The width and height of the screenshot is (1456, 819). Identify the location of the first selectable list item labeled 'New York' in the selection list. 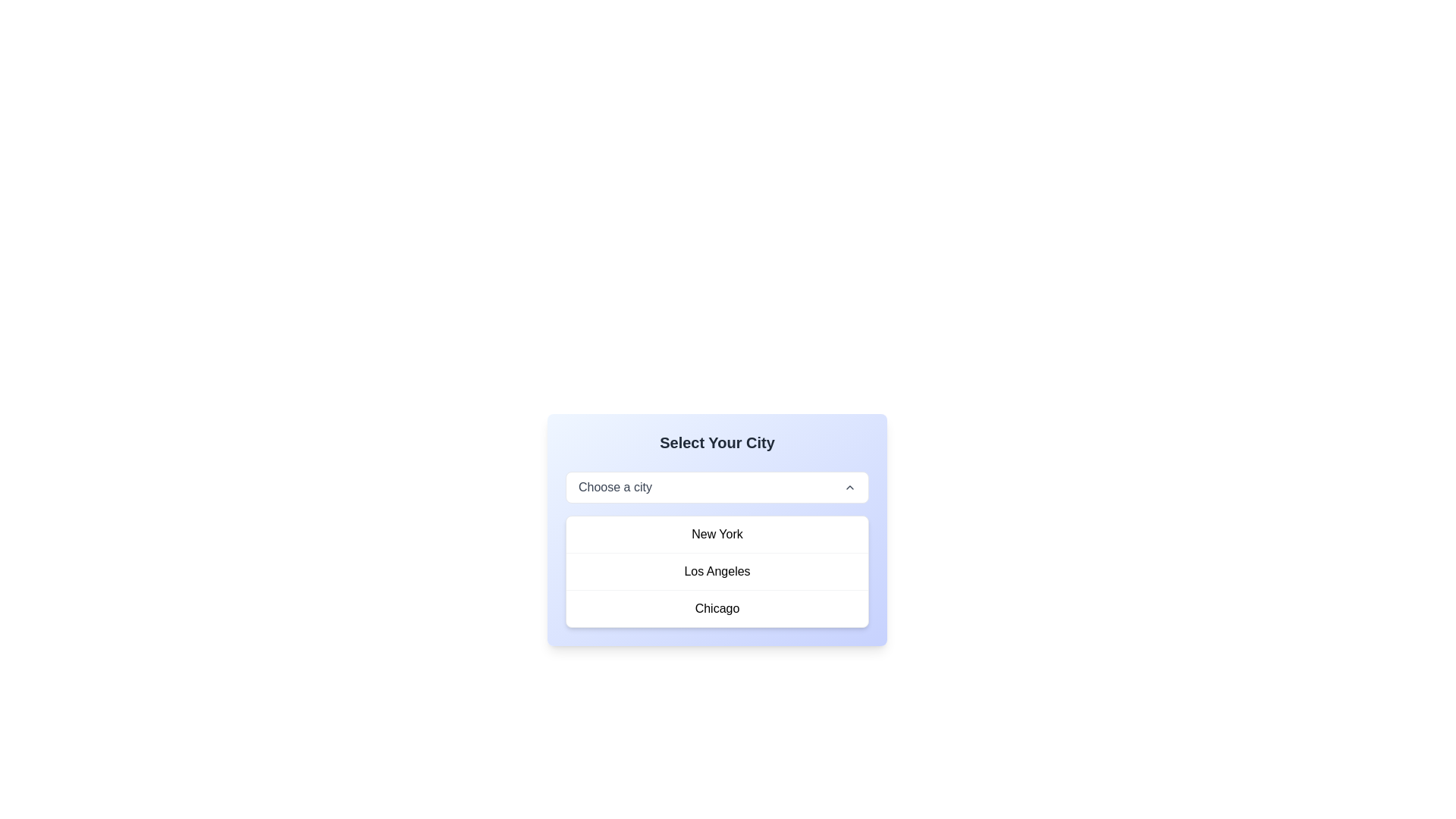
(716, 534).